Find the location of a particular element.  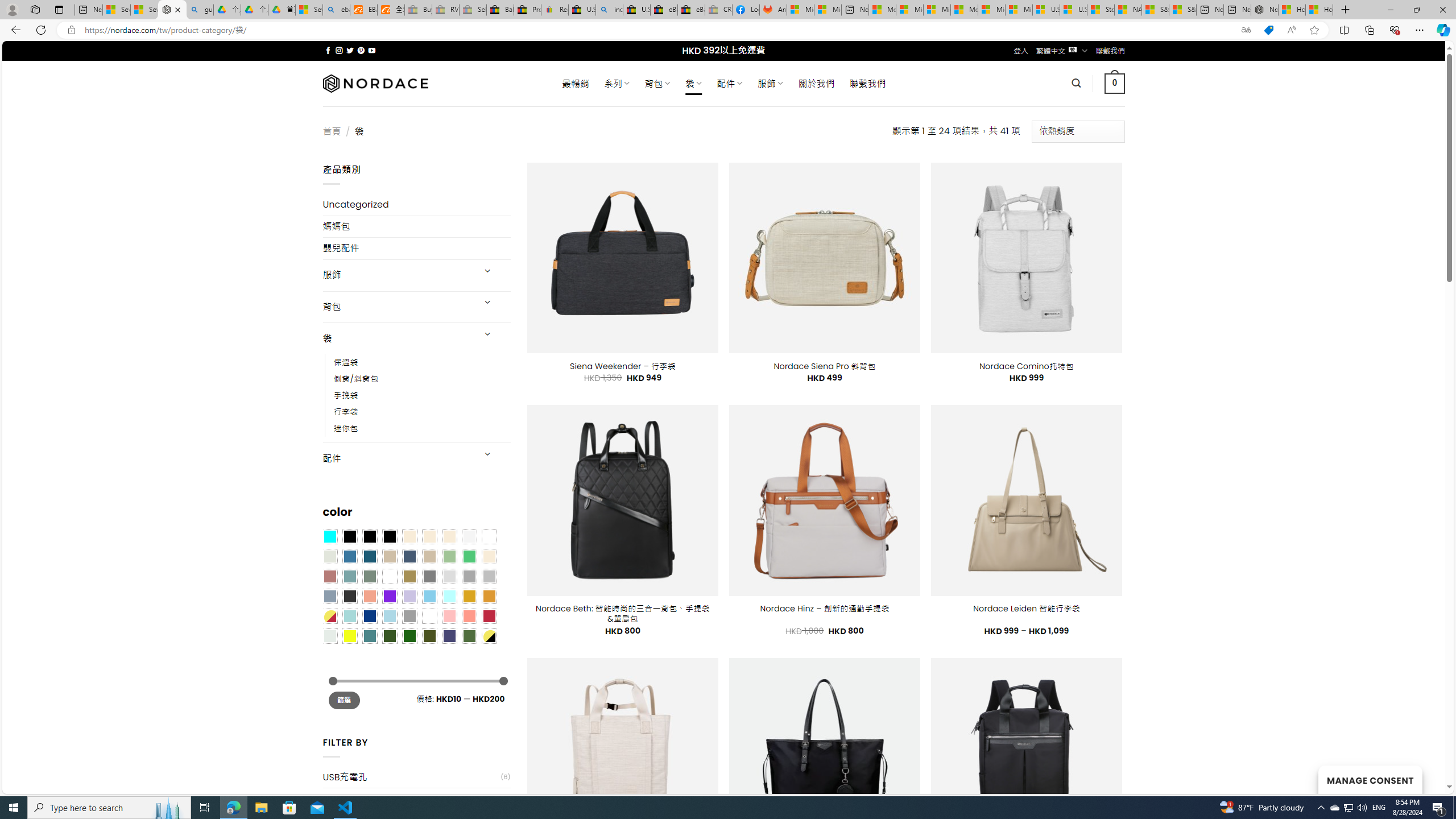

'Press Room - eBay Inc.' is located at coordinates (528, 9).